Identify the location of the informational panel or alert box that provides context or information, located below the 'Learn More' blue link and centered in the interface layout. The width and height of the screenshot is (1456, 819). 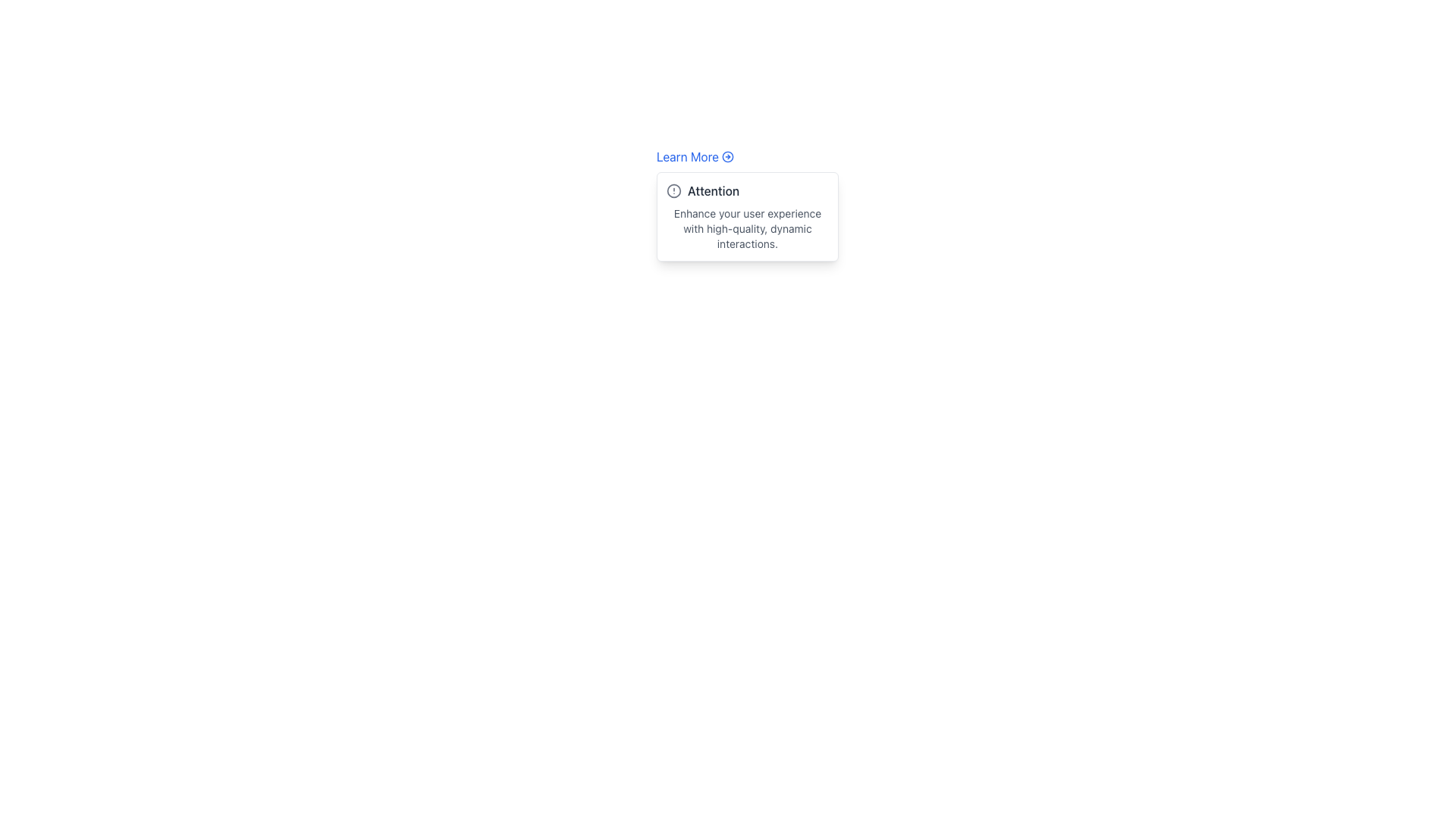
(747, 216).